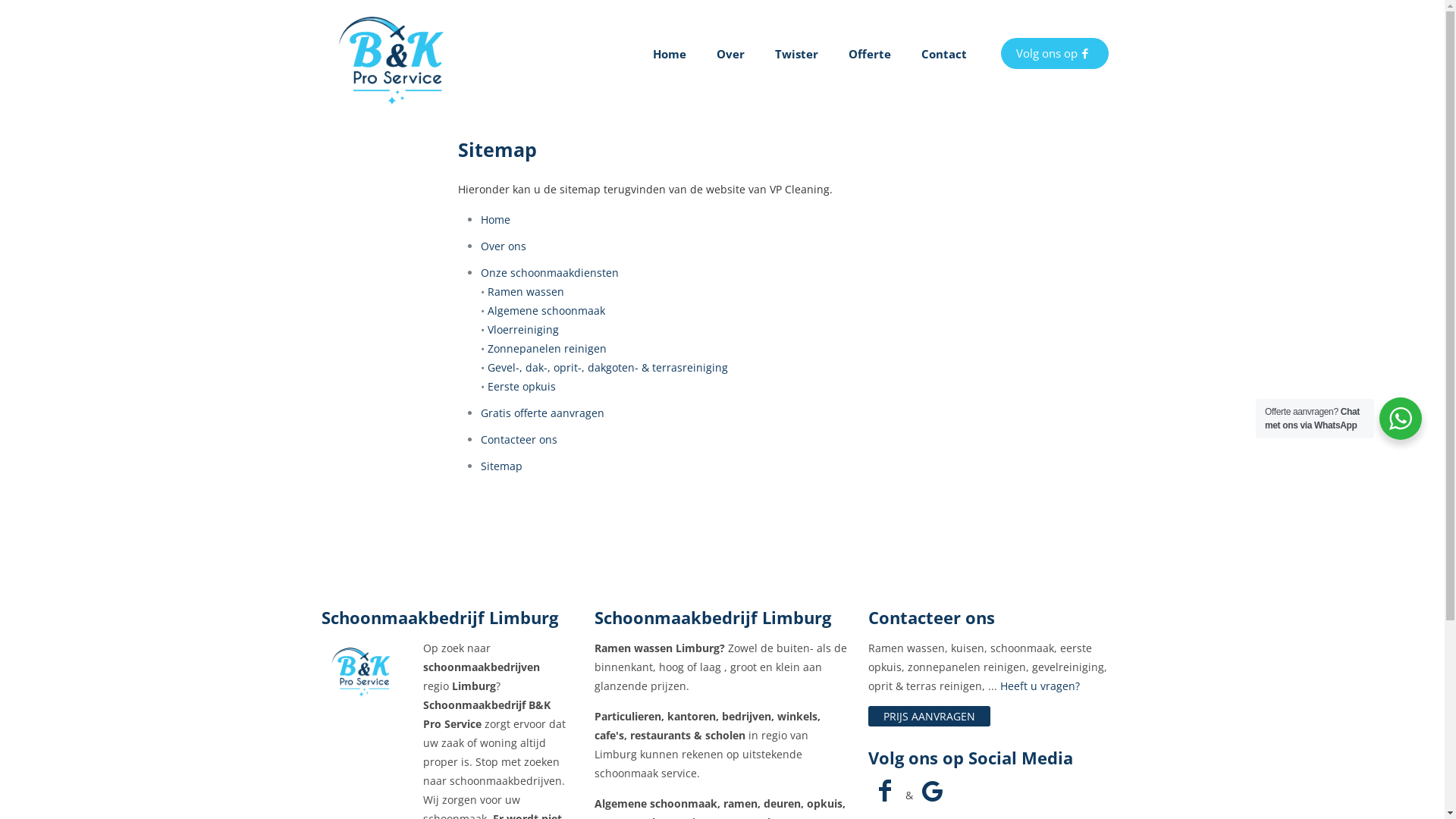  I want to click on 'Gratis offerte aanvragen', so click(542, 413).